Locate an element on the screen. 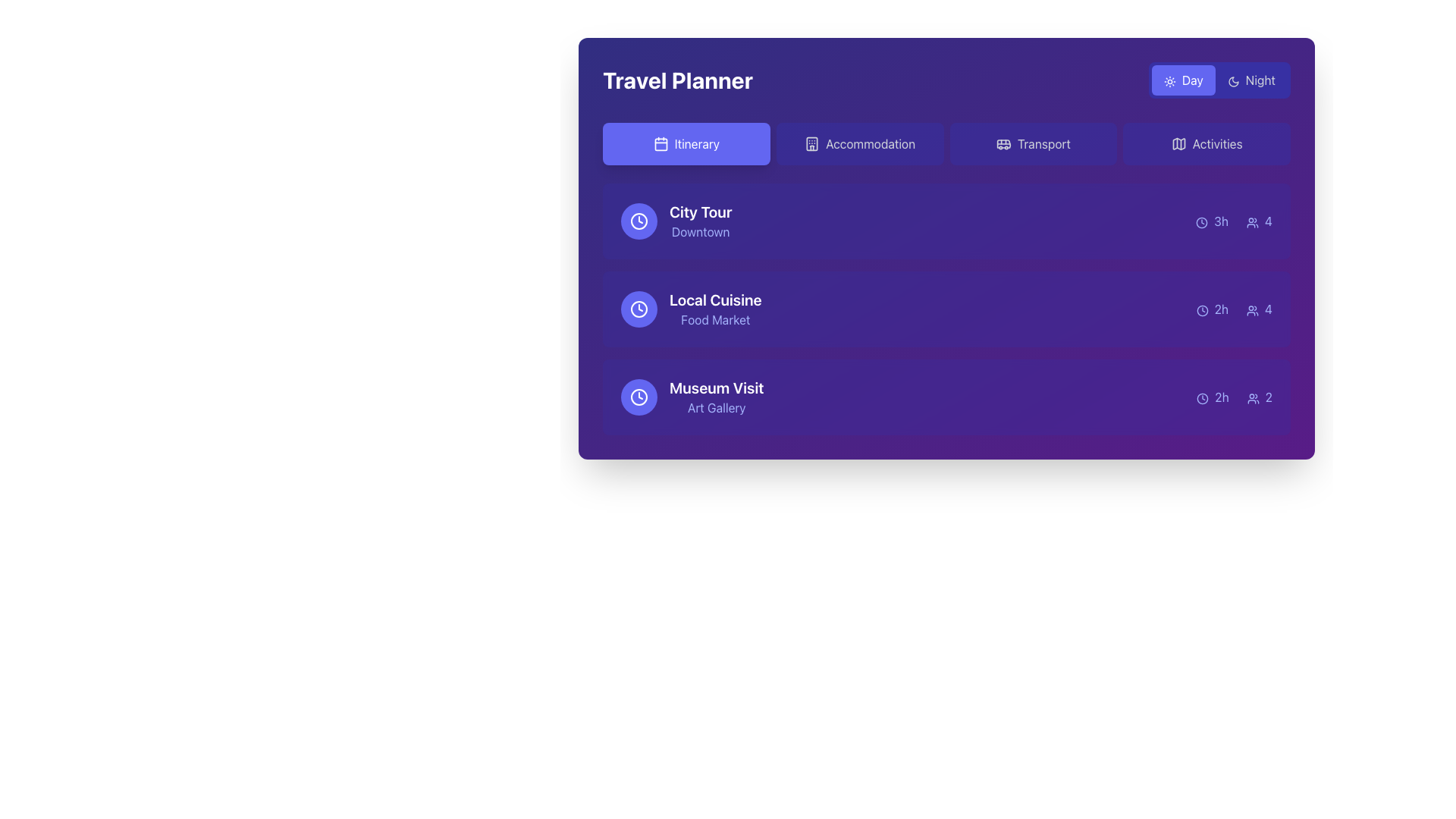  the text label displaying the number '2', which is styled in light purple and positioned to the right of a user icon representing two people is located at coordinates (1260, 397).